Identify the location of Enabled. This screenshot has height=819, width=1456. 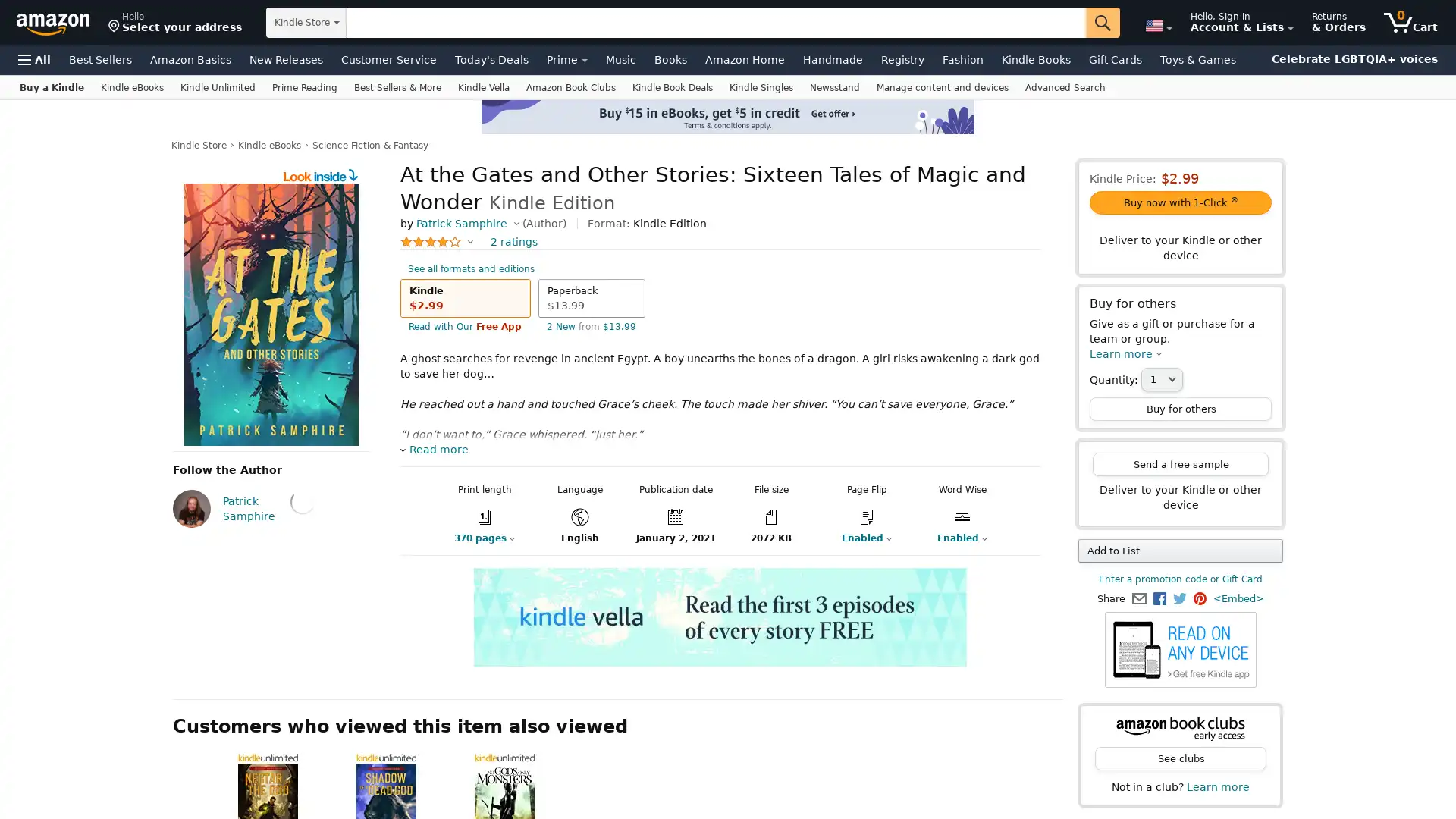
(857, 537).